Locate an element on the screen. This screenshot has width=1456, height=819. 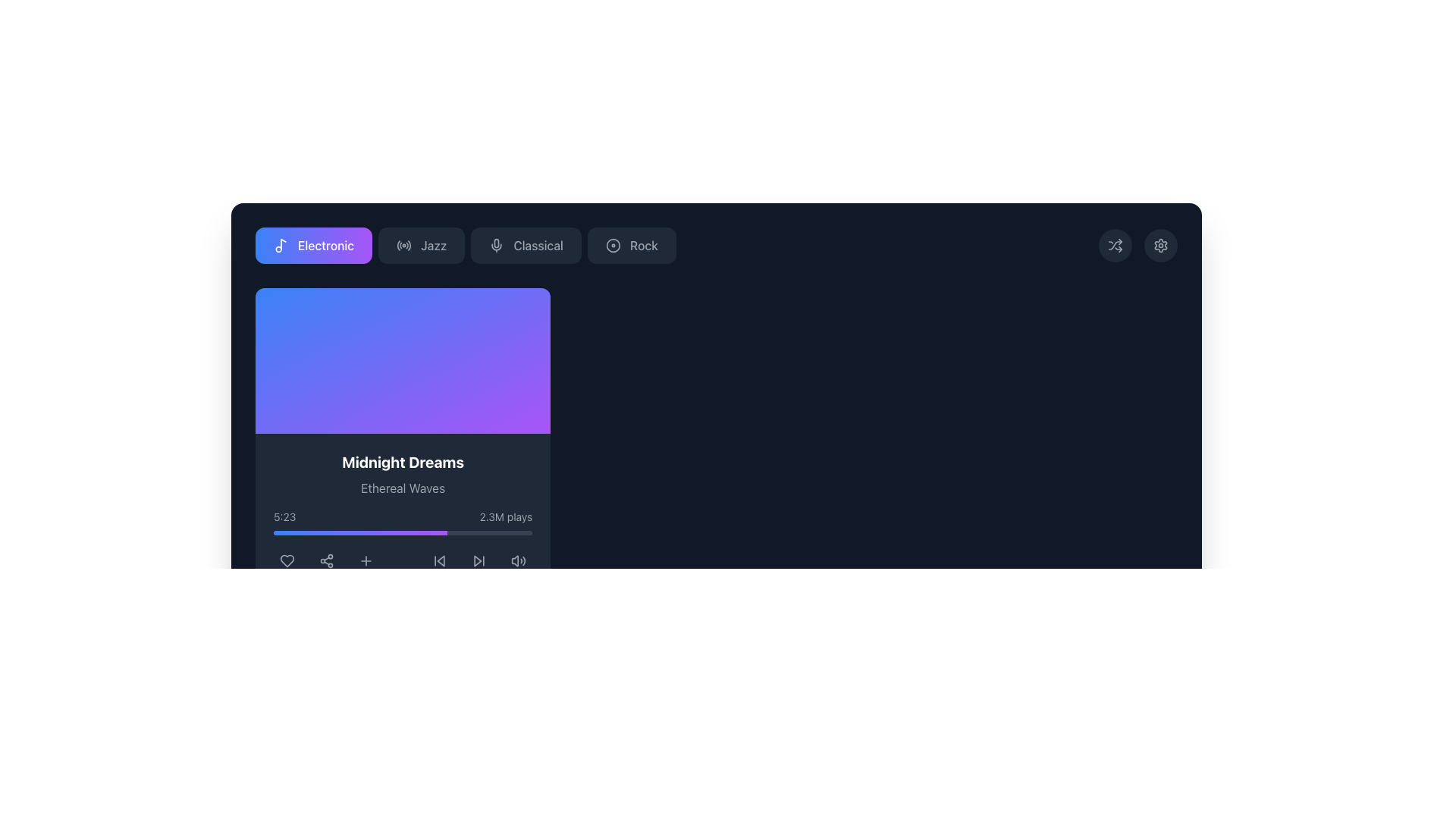
the static text label indicating the music genre 'Rock', which is part of a horizontal navigation bar and positioned to the right of 'Classical' and 'Jazz' is located at coordinates (644, 245).